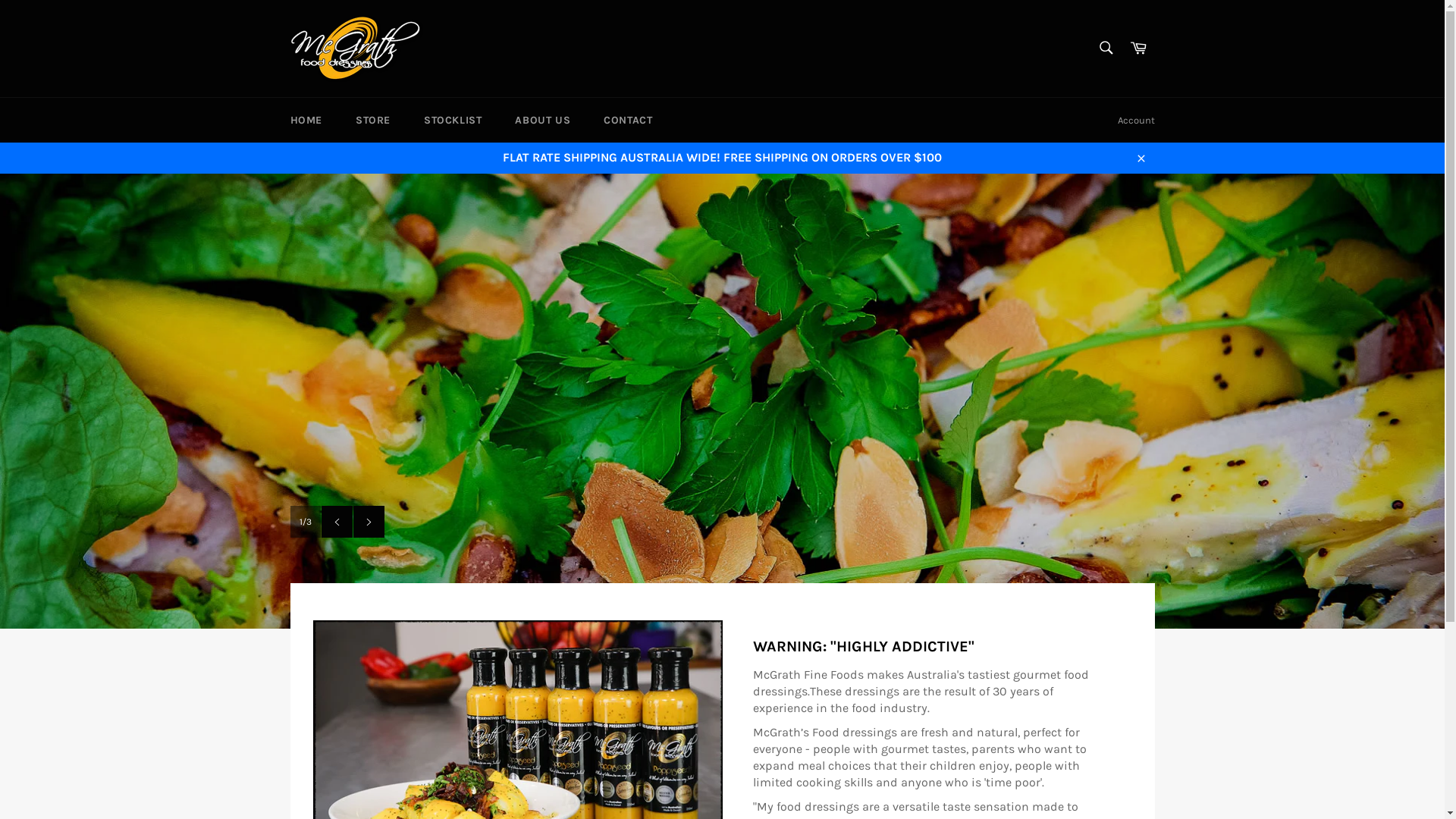  Describe the element at coordinates (369, 520) in the screenshot. I see `'Next slide'` at that location.